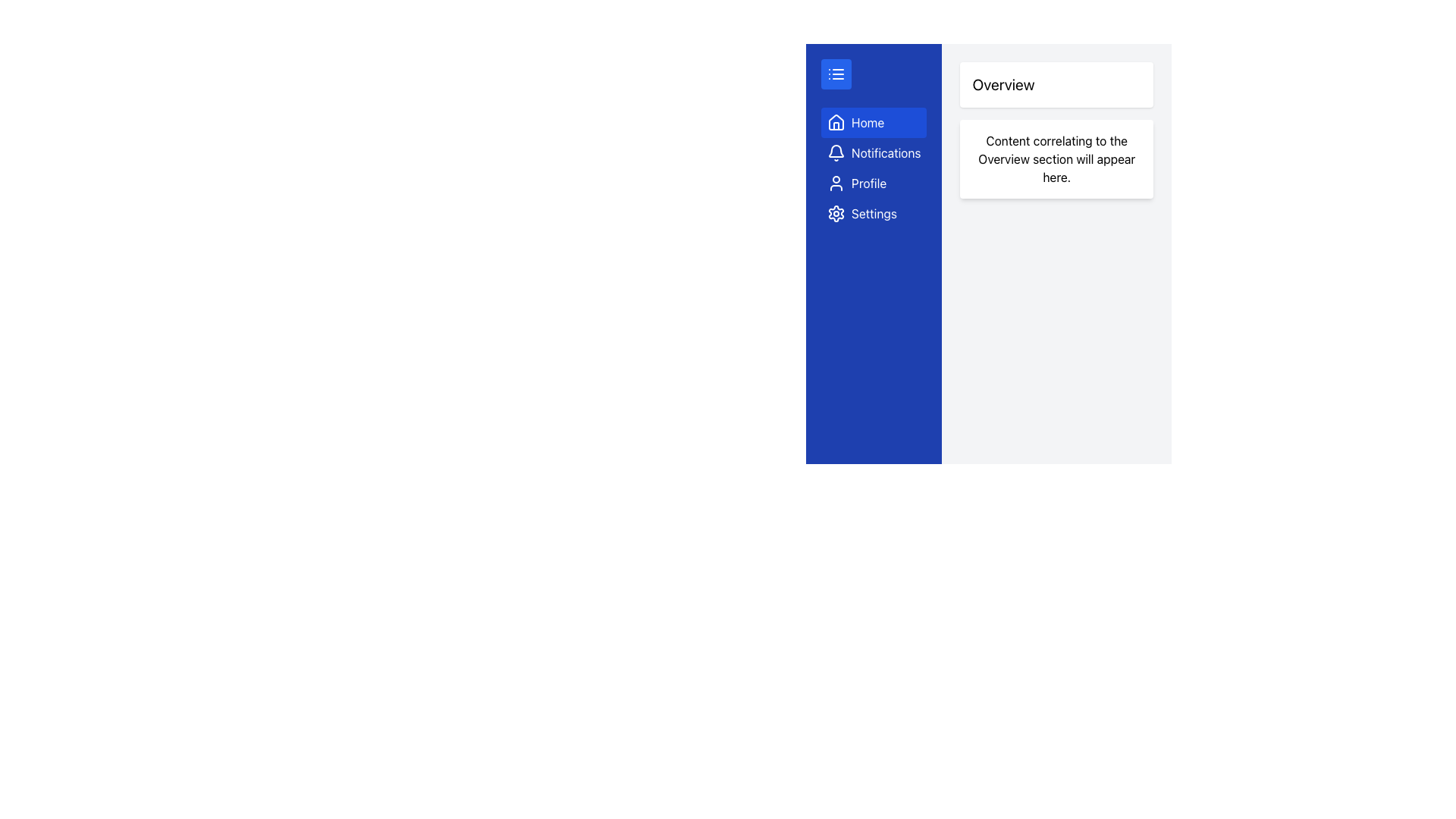  Describe the element at coordinates (836, 74) in the screenshot. I see `the icon located at the top-left corner of the navigation bar with a blue background` at that location.